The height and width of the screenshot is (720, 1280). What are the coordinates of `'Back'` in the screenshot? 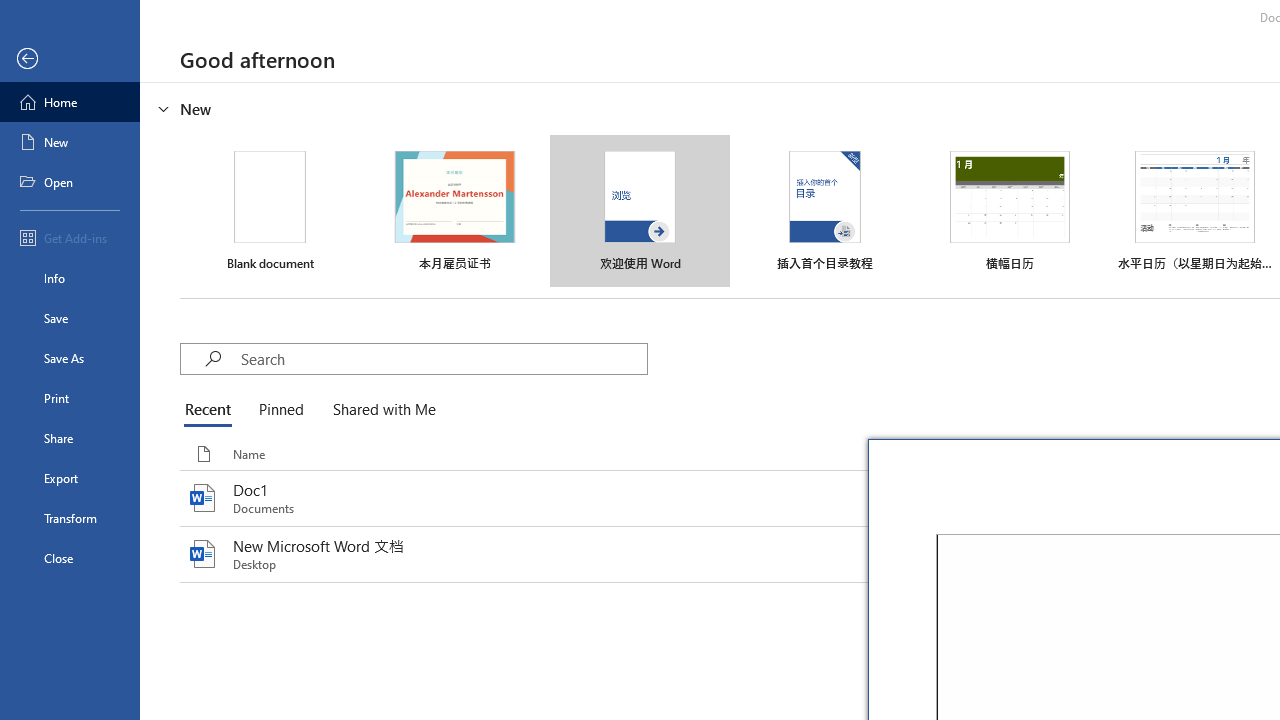 It's located at (69, 58).